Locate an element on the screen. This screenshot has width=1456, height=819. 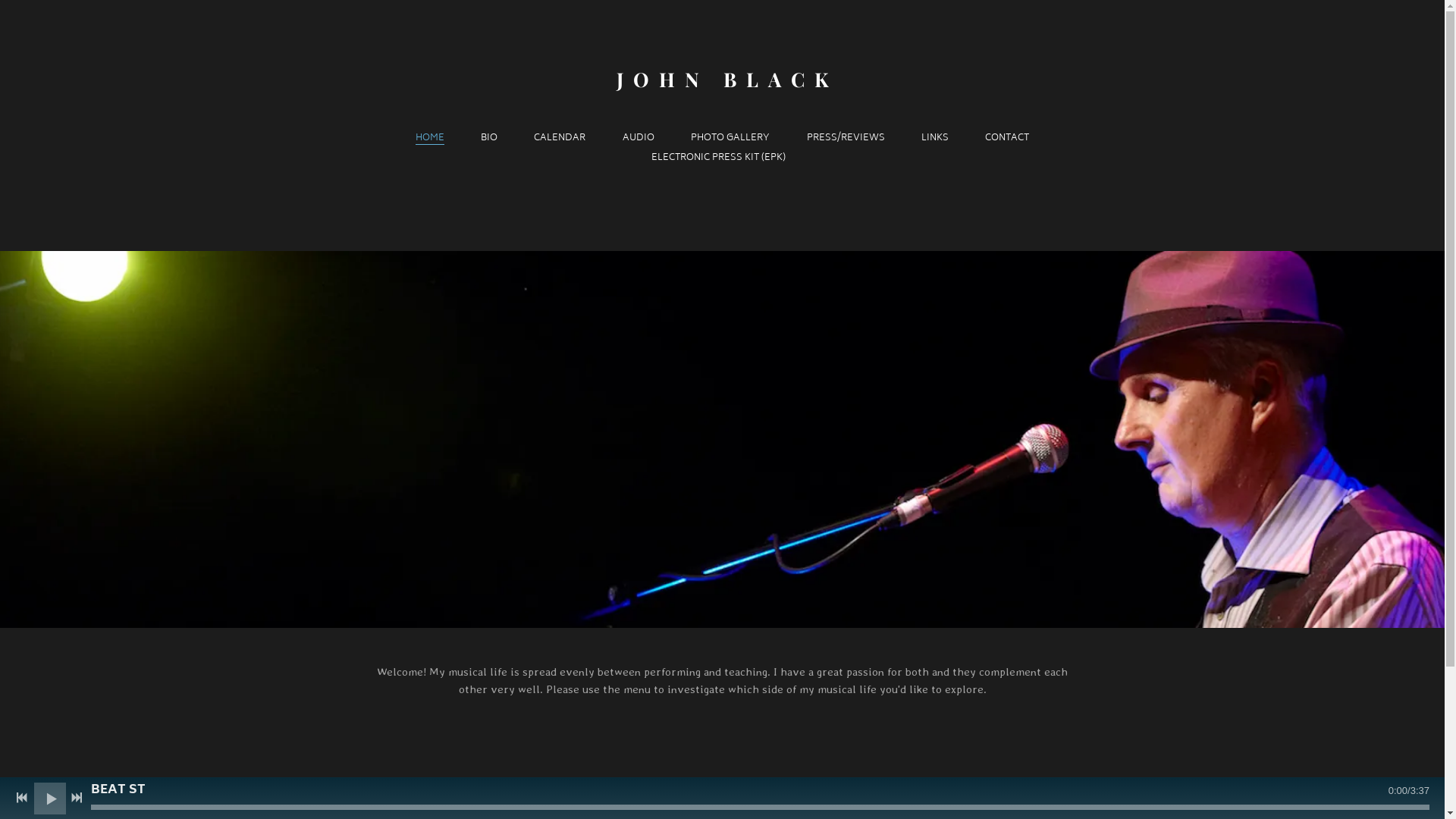
'JOHN BLACK' is located at coordinates (722, 80).